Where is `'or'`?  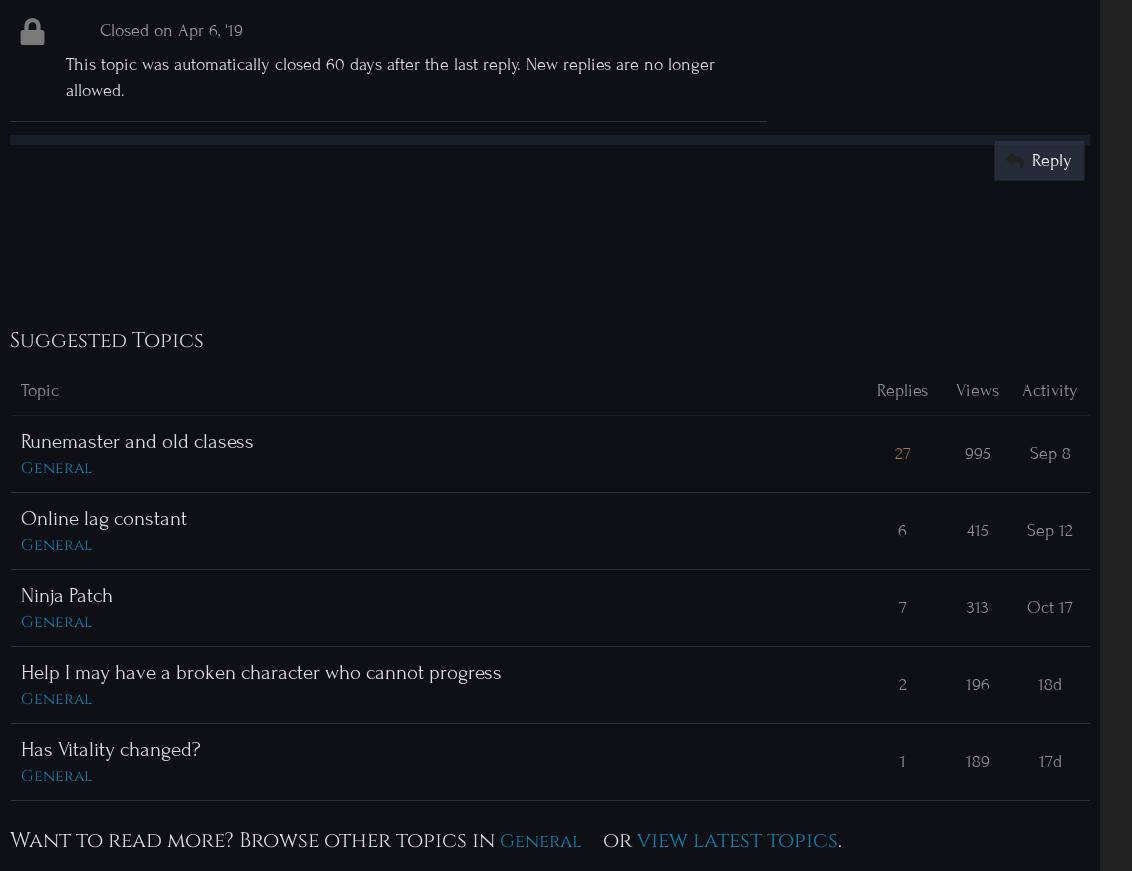
'or' is located at coordinates (617, 839).